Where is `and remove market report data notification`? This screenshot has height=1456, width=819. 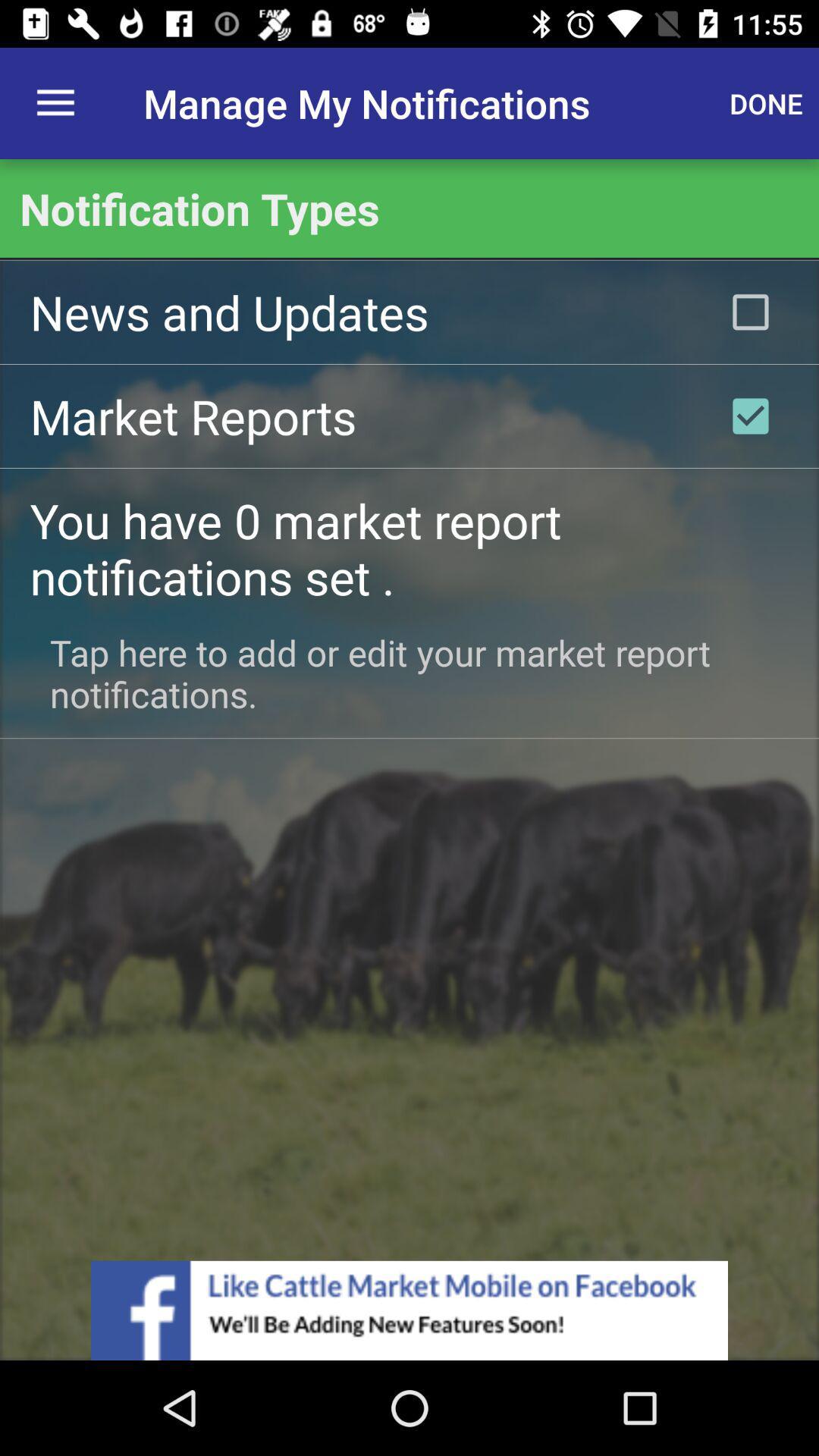
and remove market report data notification is located at coordinates (751, 416).